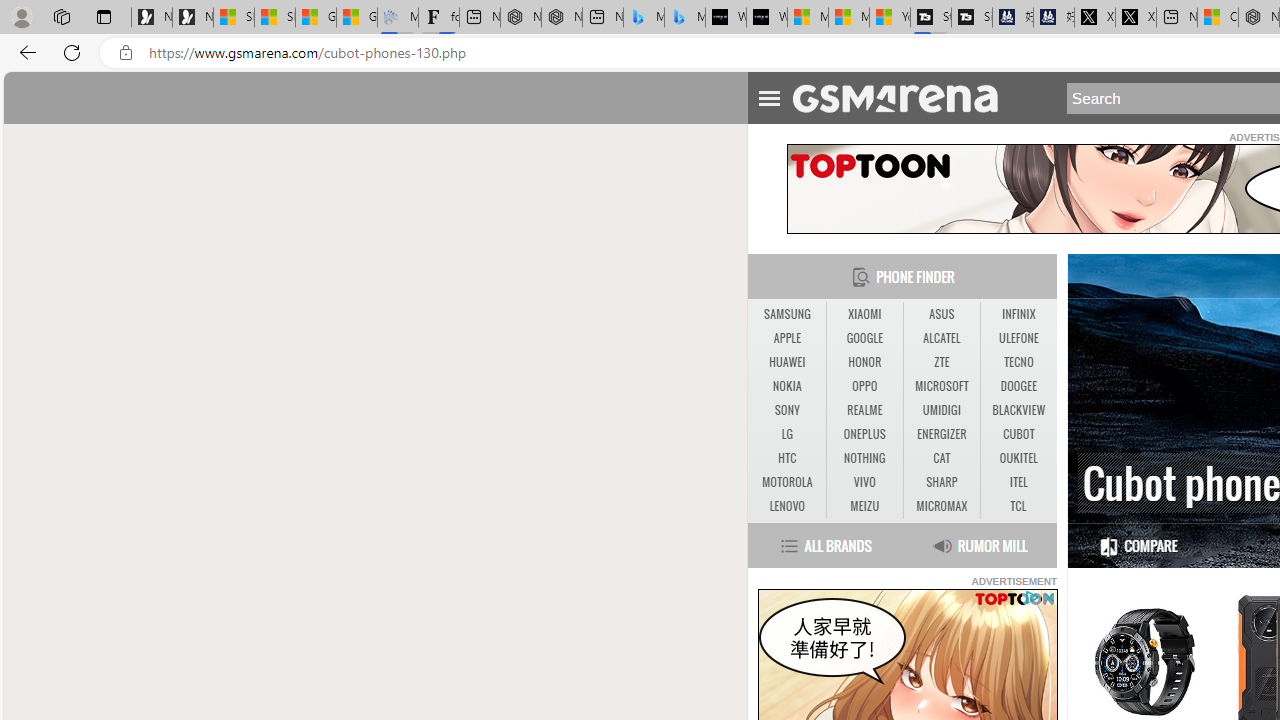 This screenshot has height=720, width=1280. Describe the element at coordinates (941, 458) in the screenshot. I see `'CAT'` at that location.